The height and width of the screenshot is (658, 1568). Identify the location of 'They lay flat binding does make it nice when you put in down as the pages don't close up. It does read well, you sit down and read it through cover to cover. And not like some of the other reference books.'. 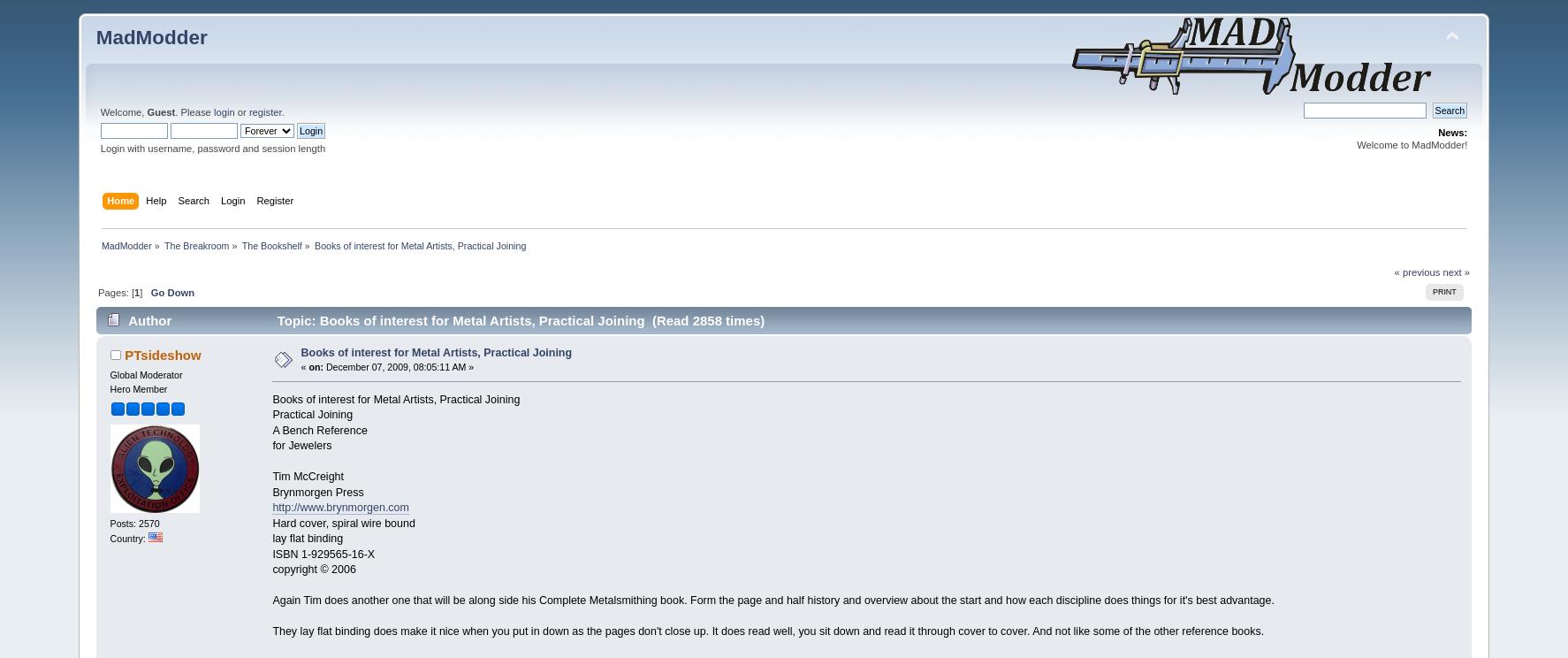
(768, 631).